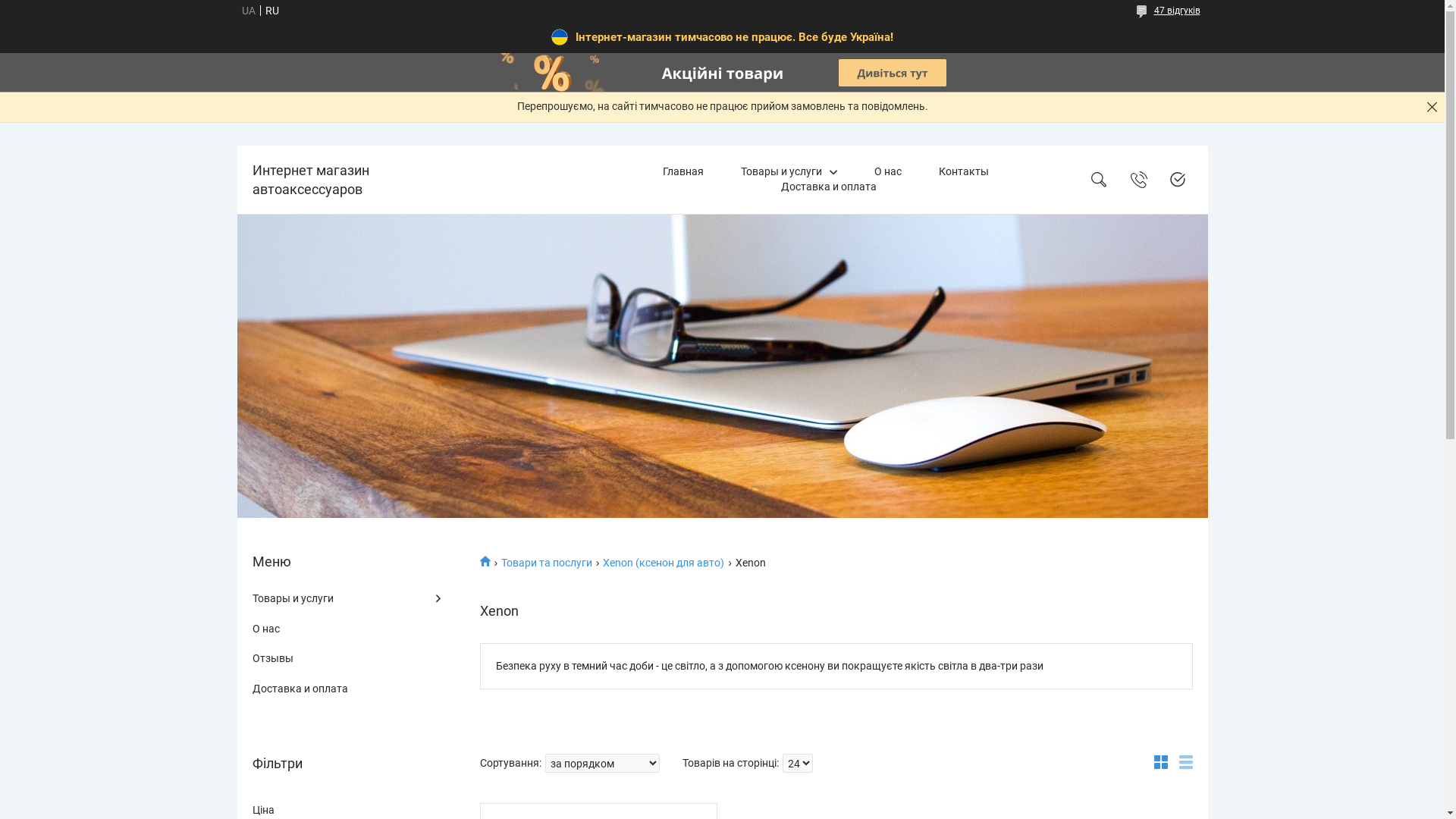  What do you see at coordinates (259, 11) in the screenshot?
I see `'RU'` at bounding box center [259, 11].